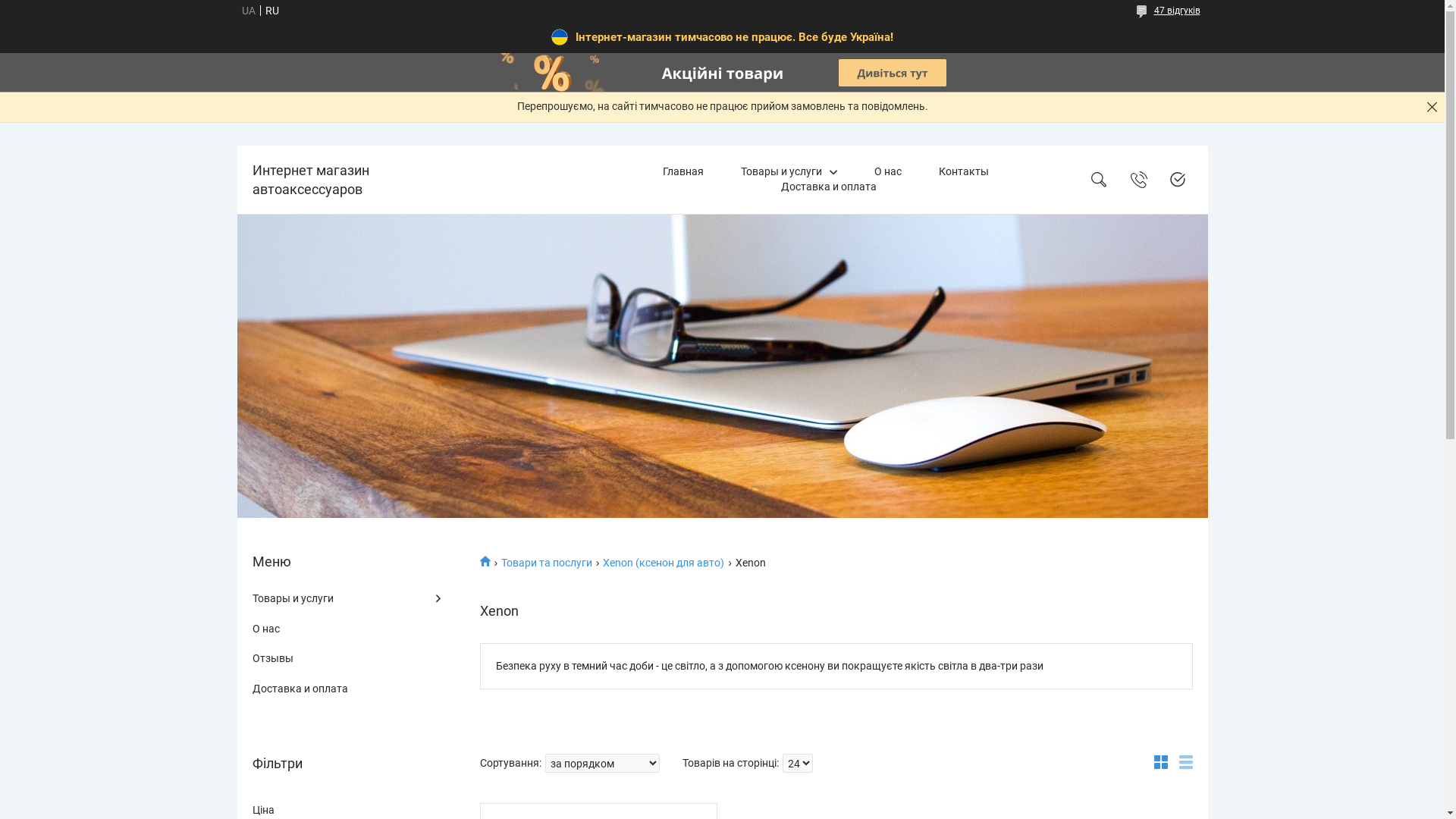  What do you see at coordinates (259, 11) in the screenshot?
I see `'RU'` at bounding box center [259, 11].